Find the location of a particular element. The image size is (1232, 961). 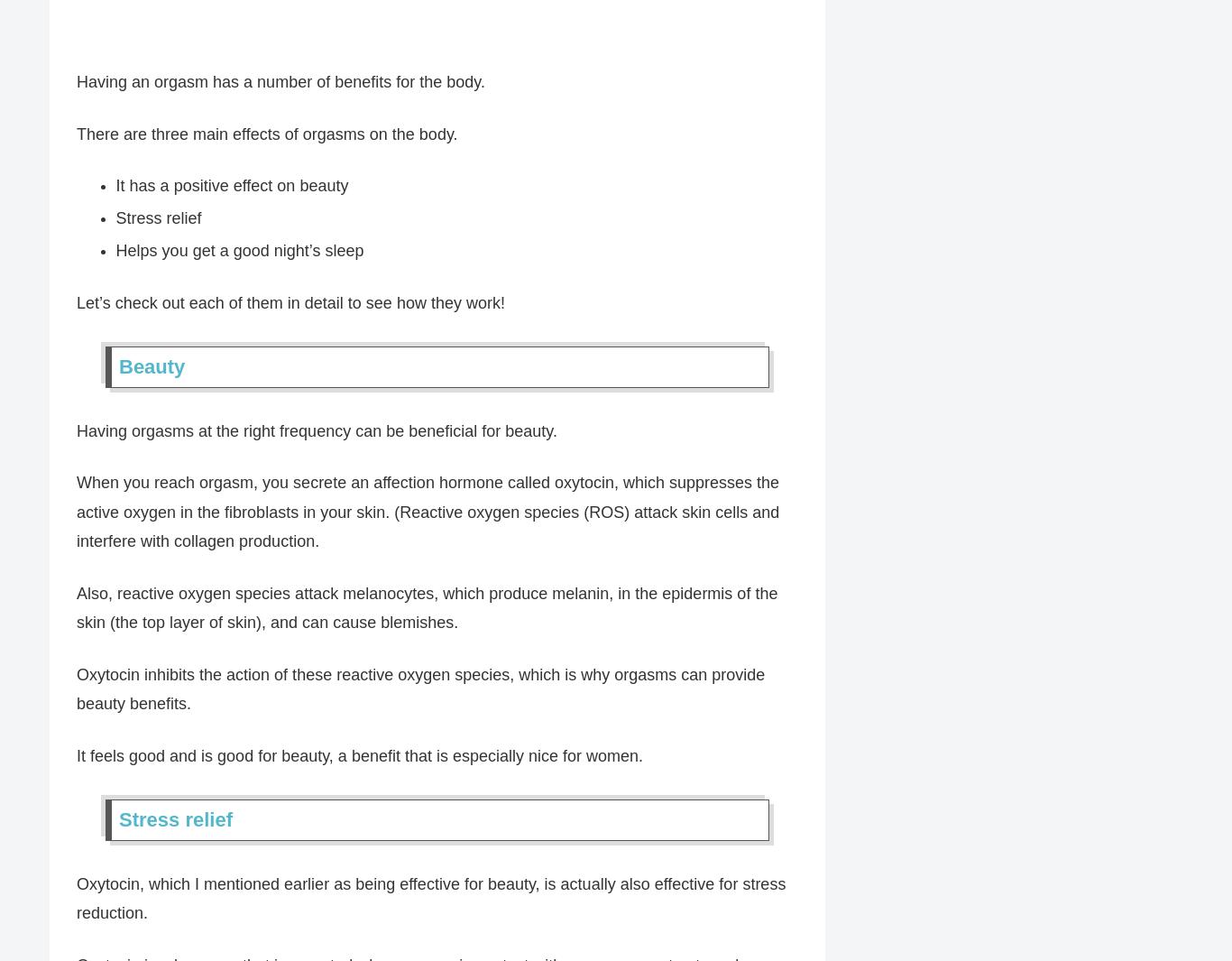

'It has a positive effect on beauty' is located at coordinates (231, 186).